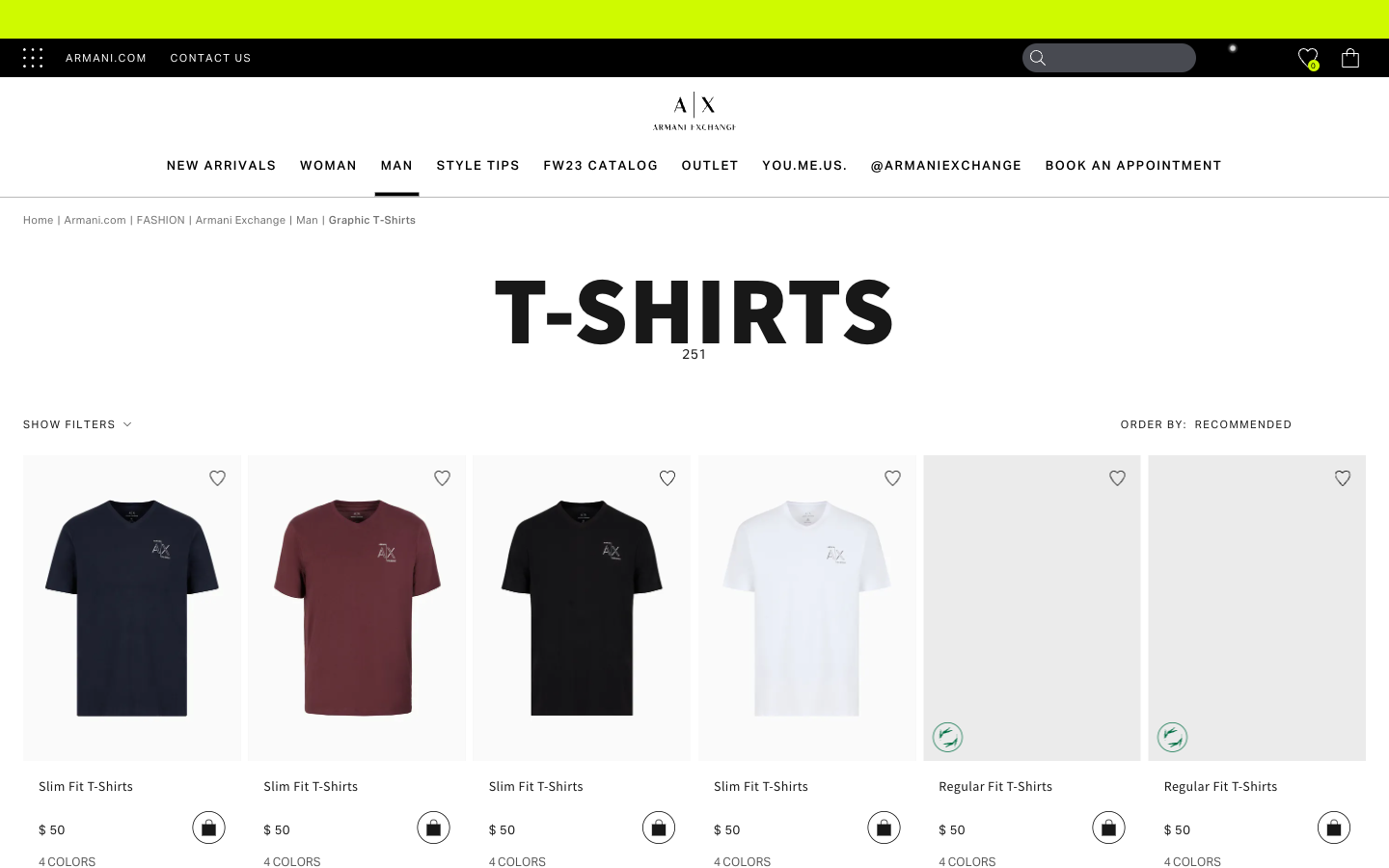 The width and height of the screenshot is (1389, 868). What do you see at coordinates (709, 165) in the screenshot?
I see `the tab named "outlet" by clicking on it at the top` at bounding box center [709, 165].